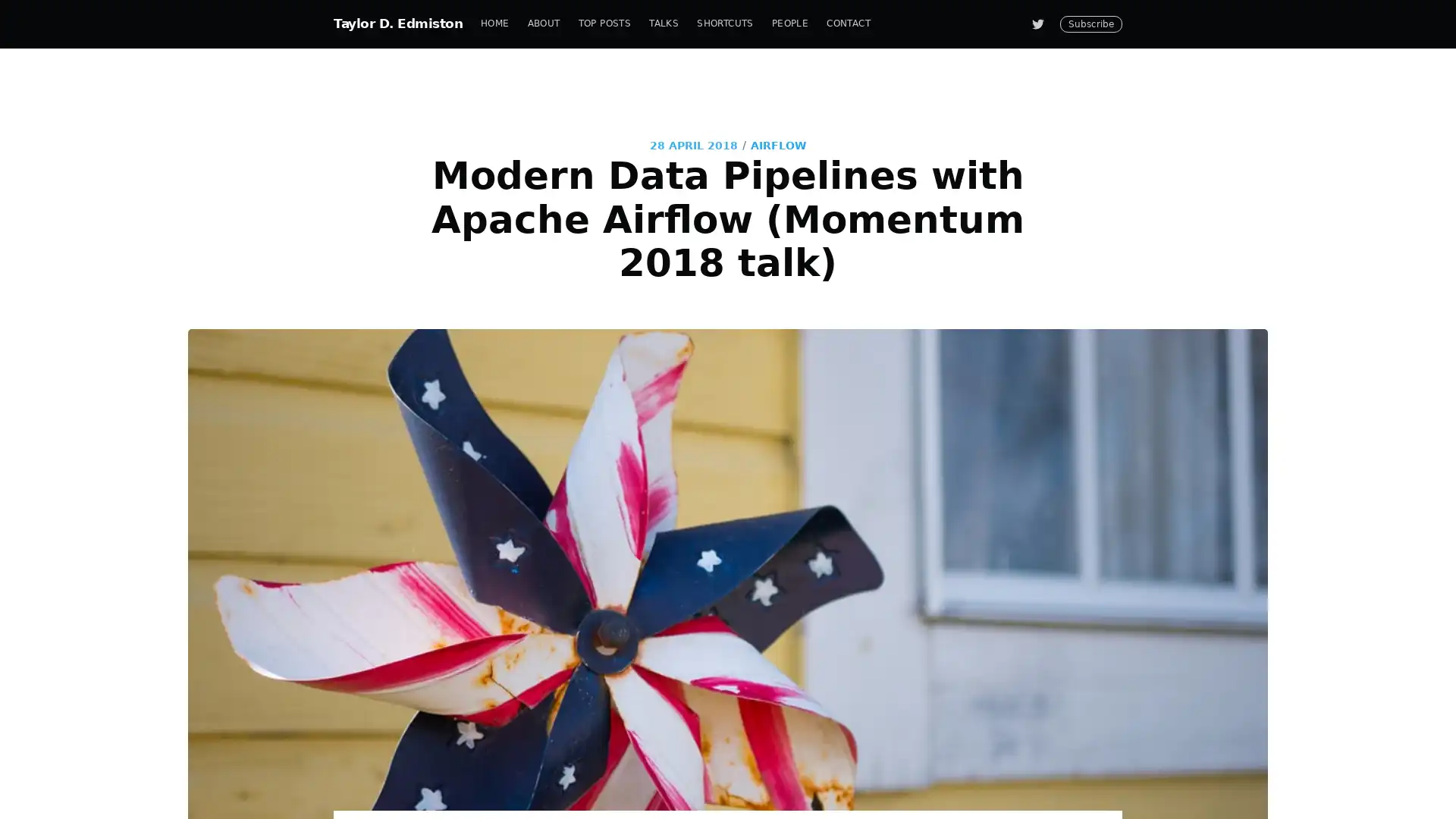  I want to click on Subscribe, so click(866, 465).